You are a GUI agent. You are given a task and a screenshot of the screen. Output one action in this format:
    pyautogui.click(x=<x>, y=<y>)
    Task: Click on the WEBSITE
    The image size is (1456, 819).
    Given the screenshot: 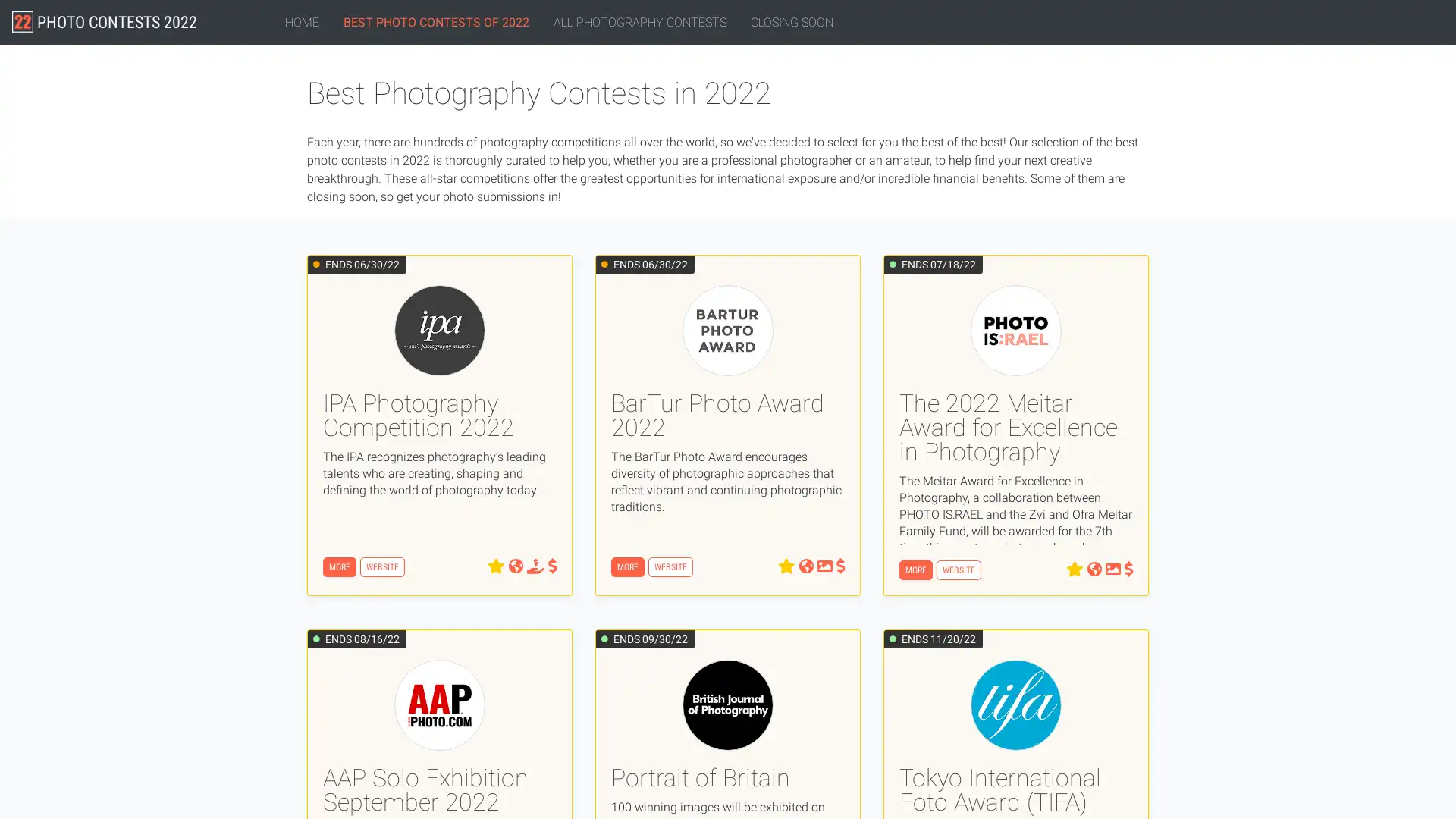 What is the action you would take?
    pyautogui.click(x=670, y=567)
    